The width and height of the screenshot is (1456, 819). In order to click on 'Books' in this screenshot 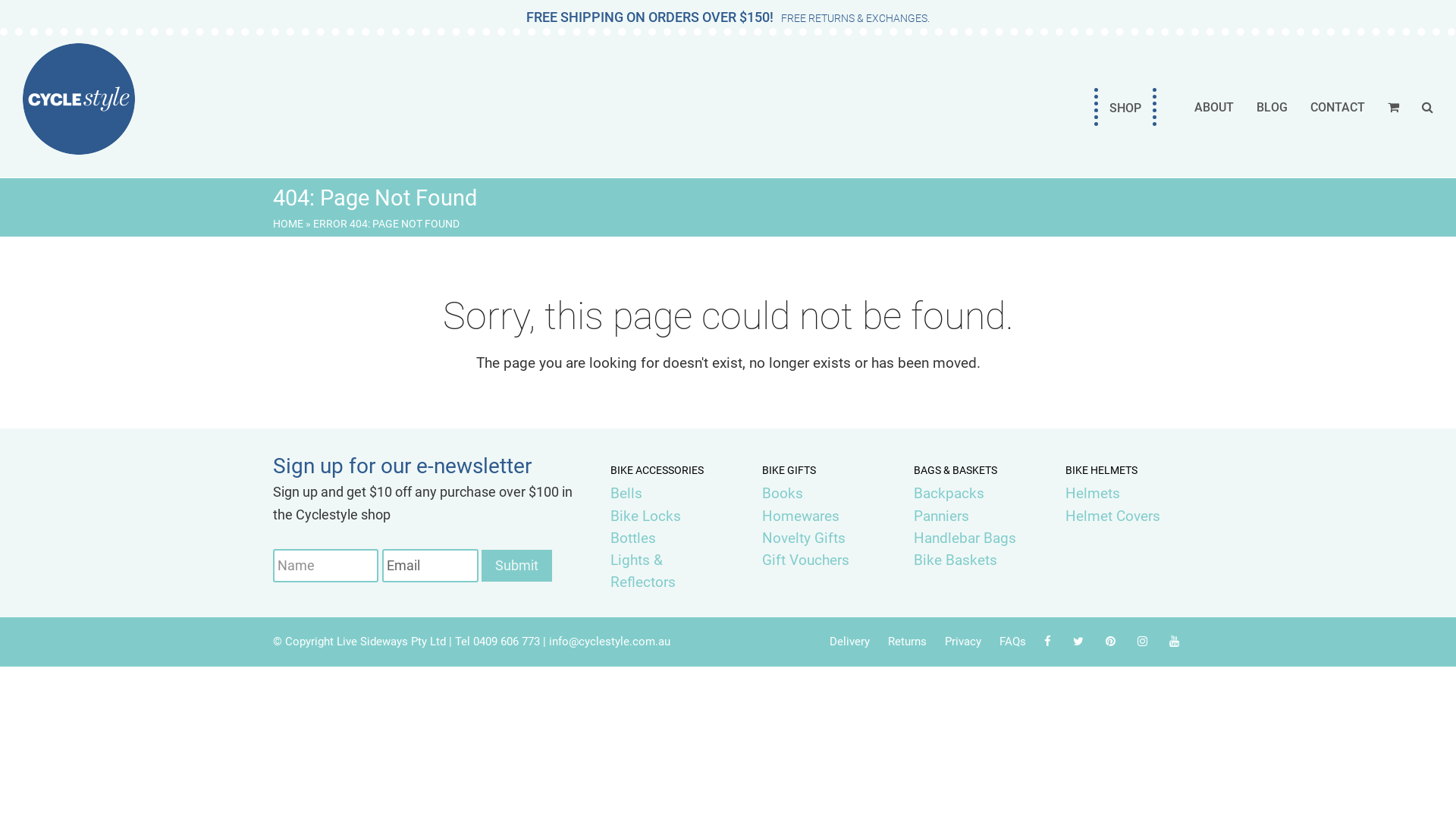, I will do `click(783, 493)`.